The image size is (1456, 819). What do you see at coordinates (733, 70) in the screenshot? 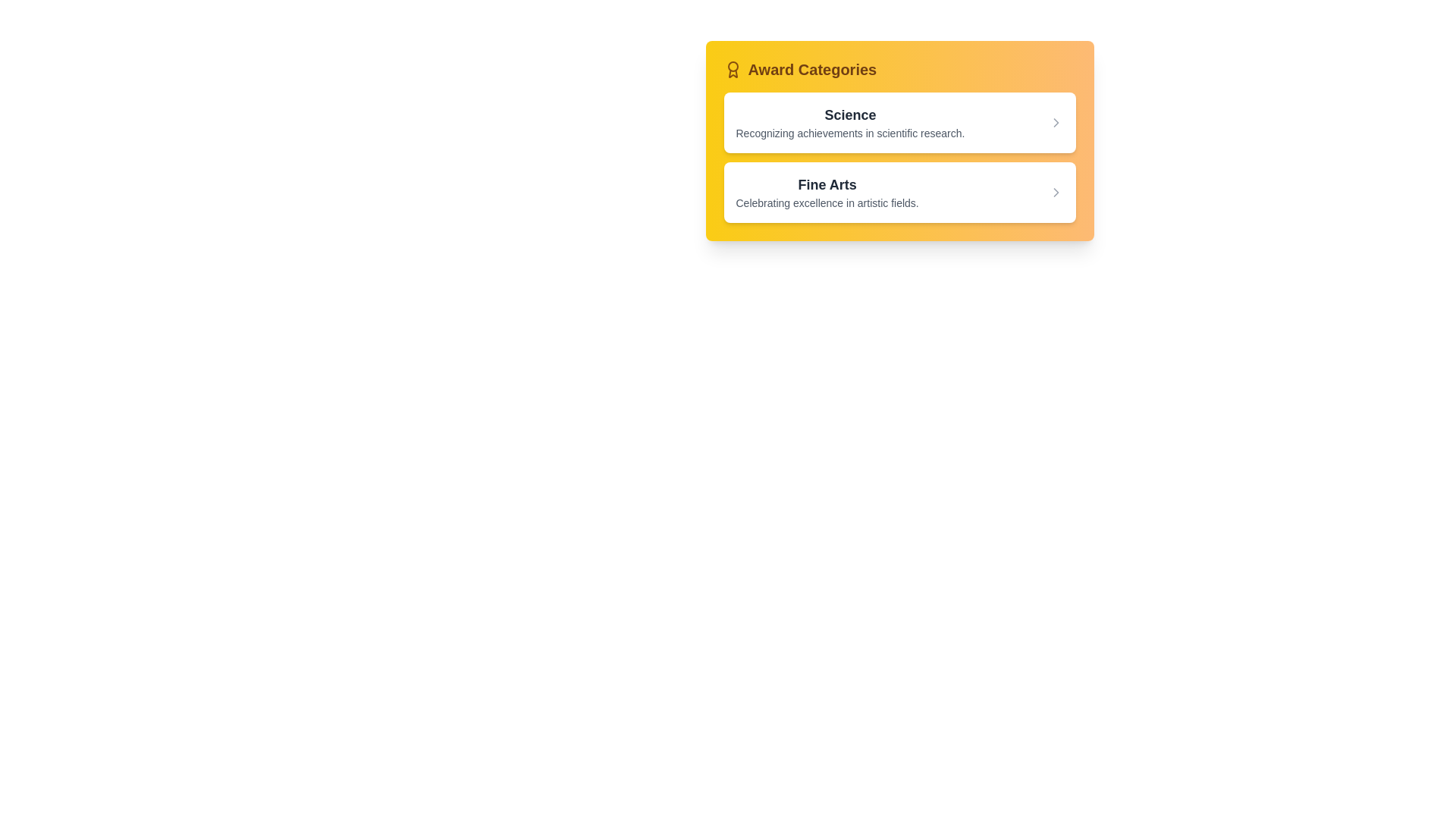
I see `the awards icon located at the top-left corner of the yellow-highlighted block header labeled 'Award Categories.'` at bounding box center [733, 70].